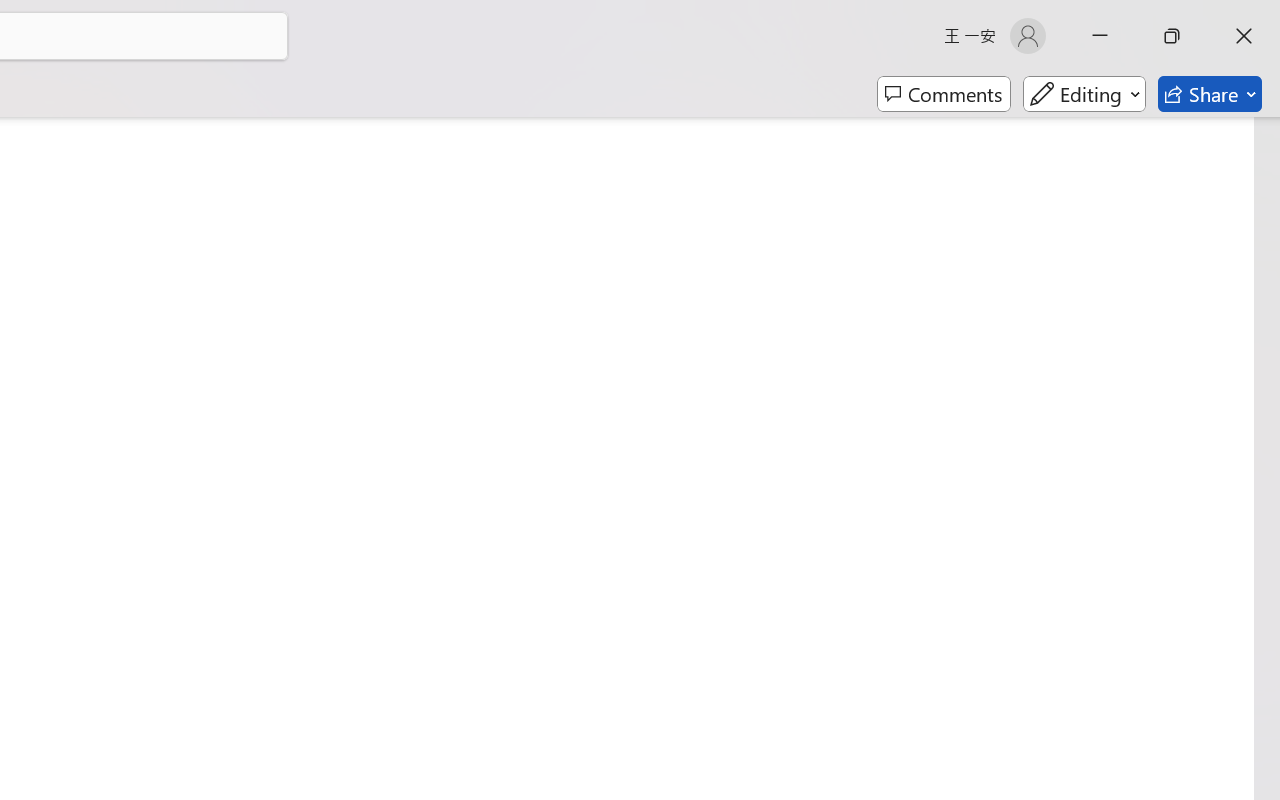  What do you see at coordinates (1083, 94) in the screenshot?
I see `'Mode'` at bounding box center [1083, 94].